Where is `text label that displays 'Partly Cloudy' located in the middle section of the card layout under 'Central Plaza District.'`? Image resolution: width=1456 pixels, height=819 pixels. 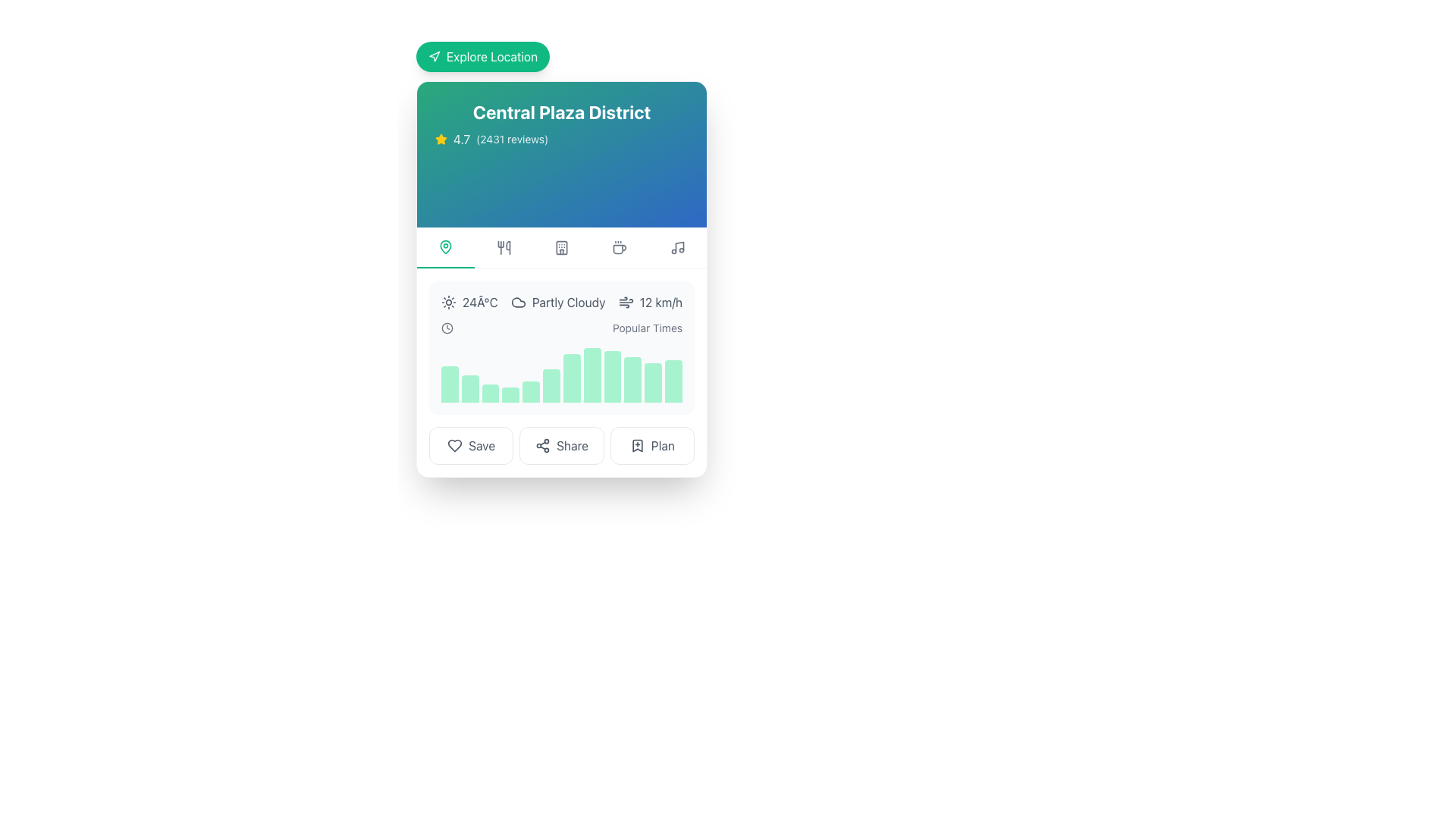 text label that displays 'Partly Cloudy' located in the middle section of the card layout under 'Central Plaza District.' is located at coordinates (568, 302).